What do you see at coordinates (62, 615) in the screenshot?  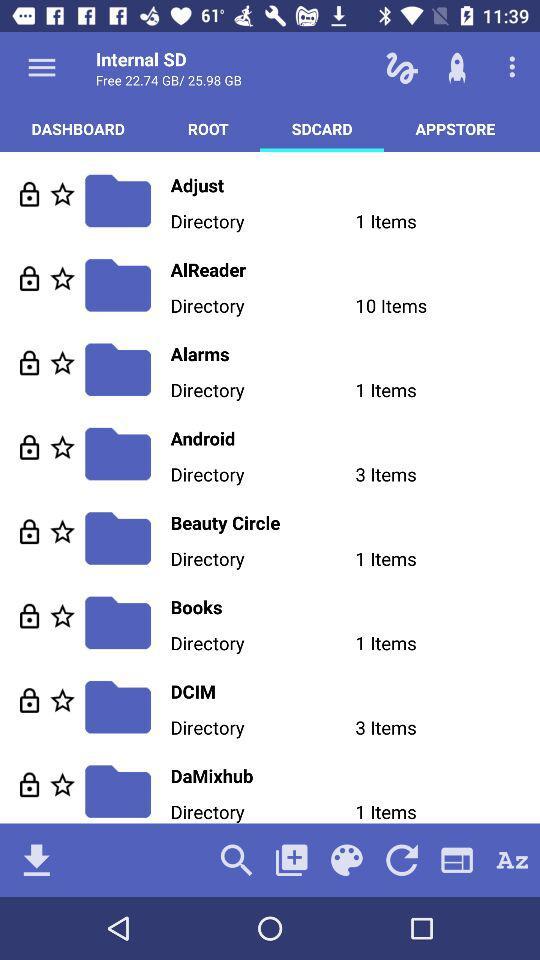 I see `favorite` at bounding box center [62, 615].